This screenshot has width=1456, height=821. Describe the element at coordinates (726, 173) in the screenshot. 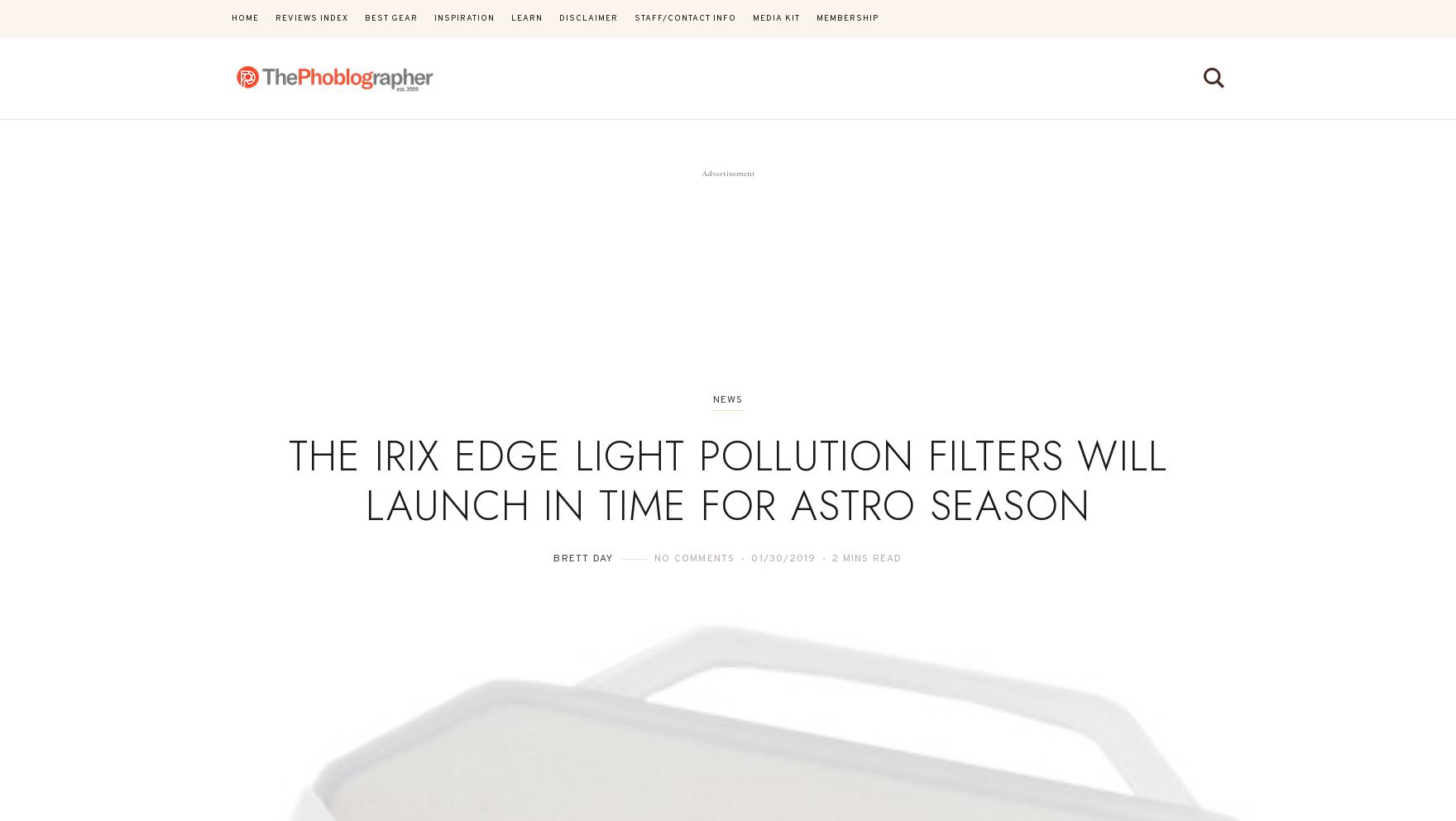

I see `'Advertisement'` at that location.